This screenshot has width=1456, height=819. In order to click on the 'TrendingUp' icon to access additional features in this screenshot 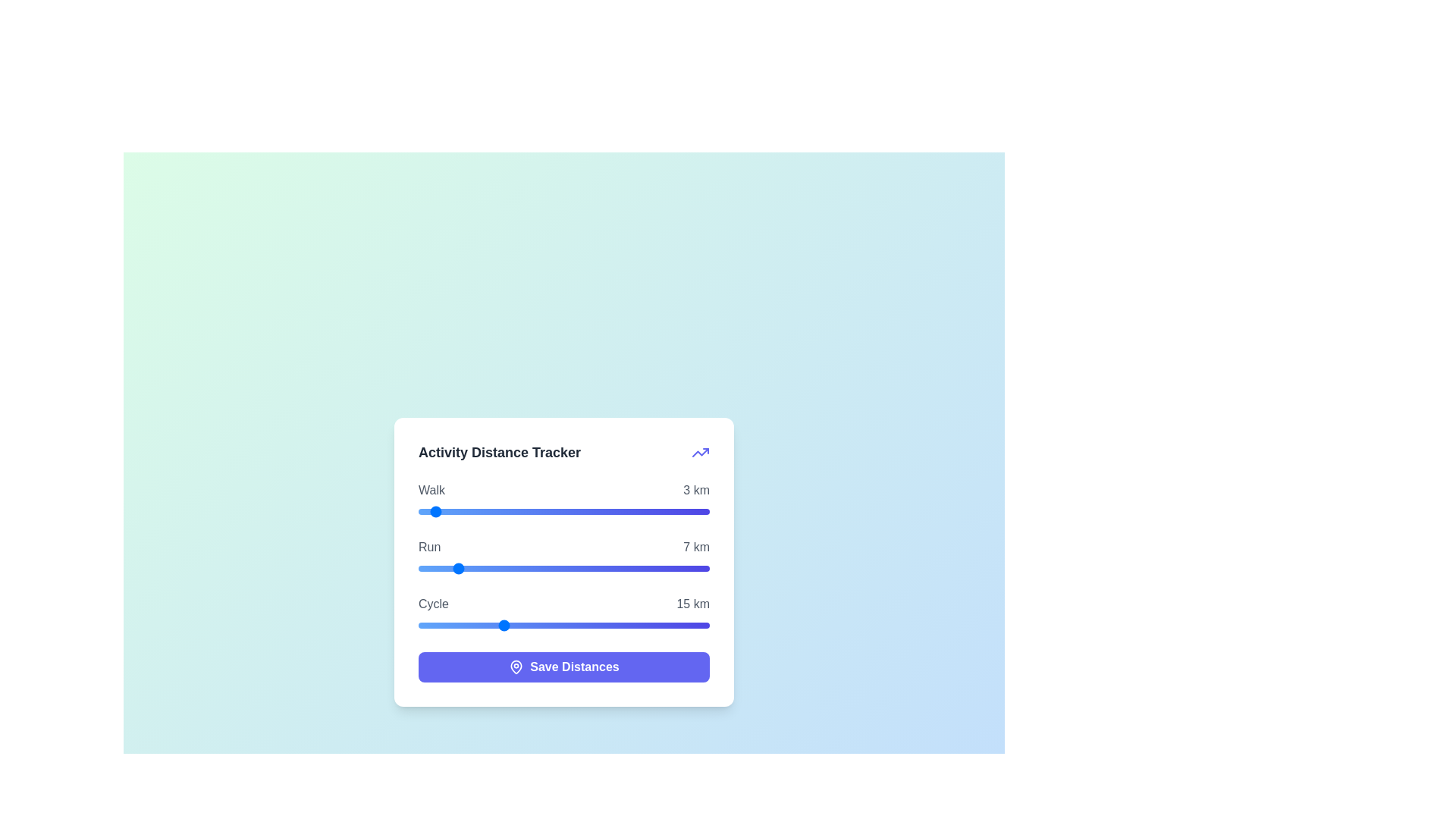, I will do `click(700, 451)`.